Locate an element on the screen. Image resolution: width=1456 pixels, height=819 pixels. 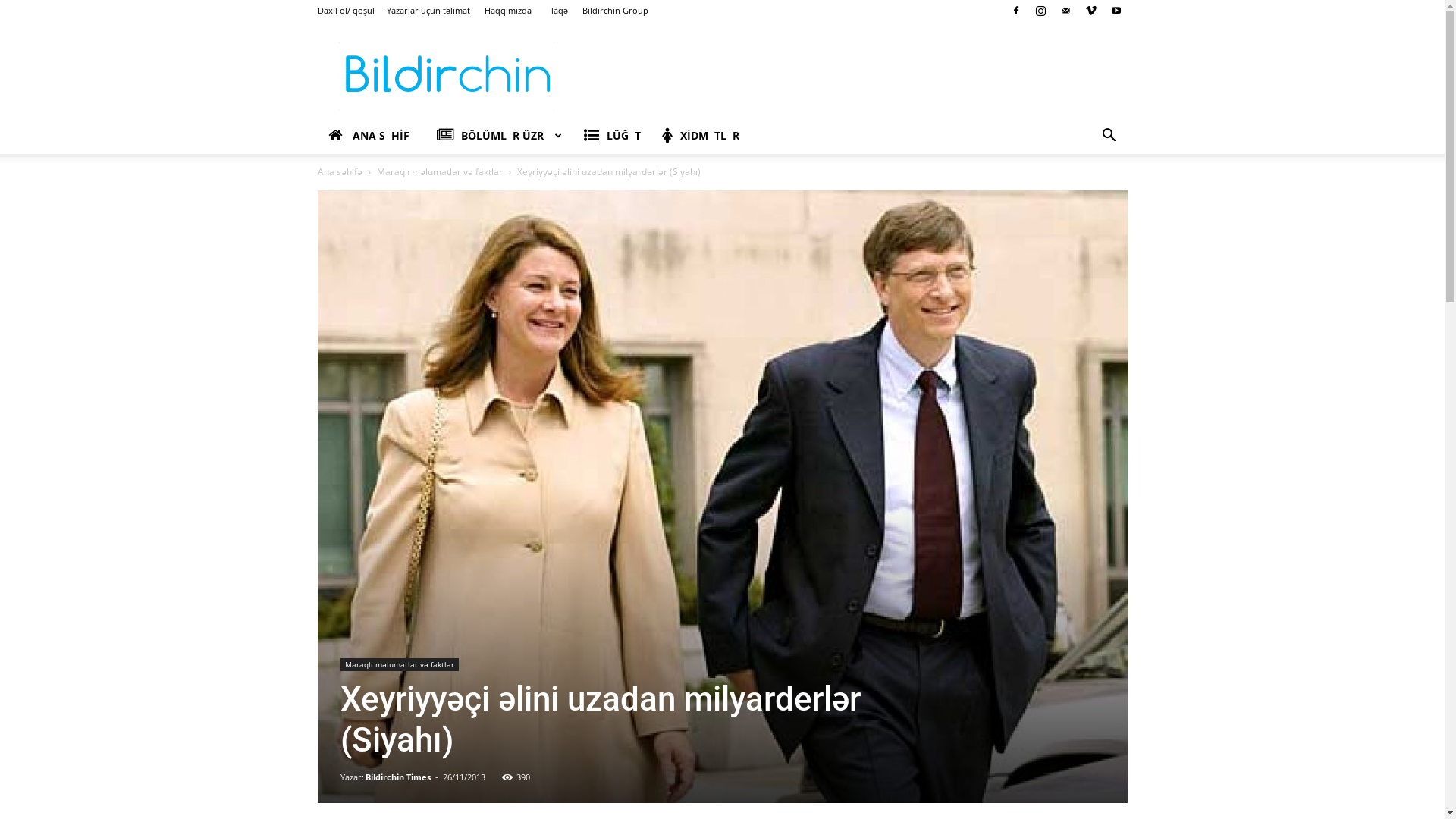
'Search' is located at coordinates (1084, 195).